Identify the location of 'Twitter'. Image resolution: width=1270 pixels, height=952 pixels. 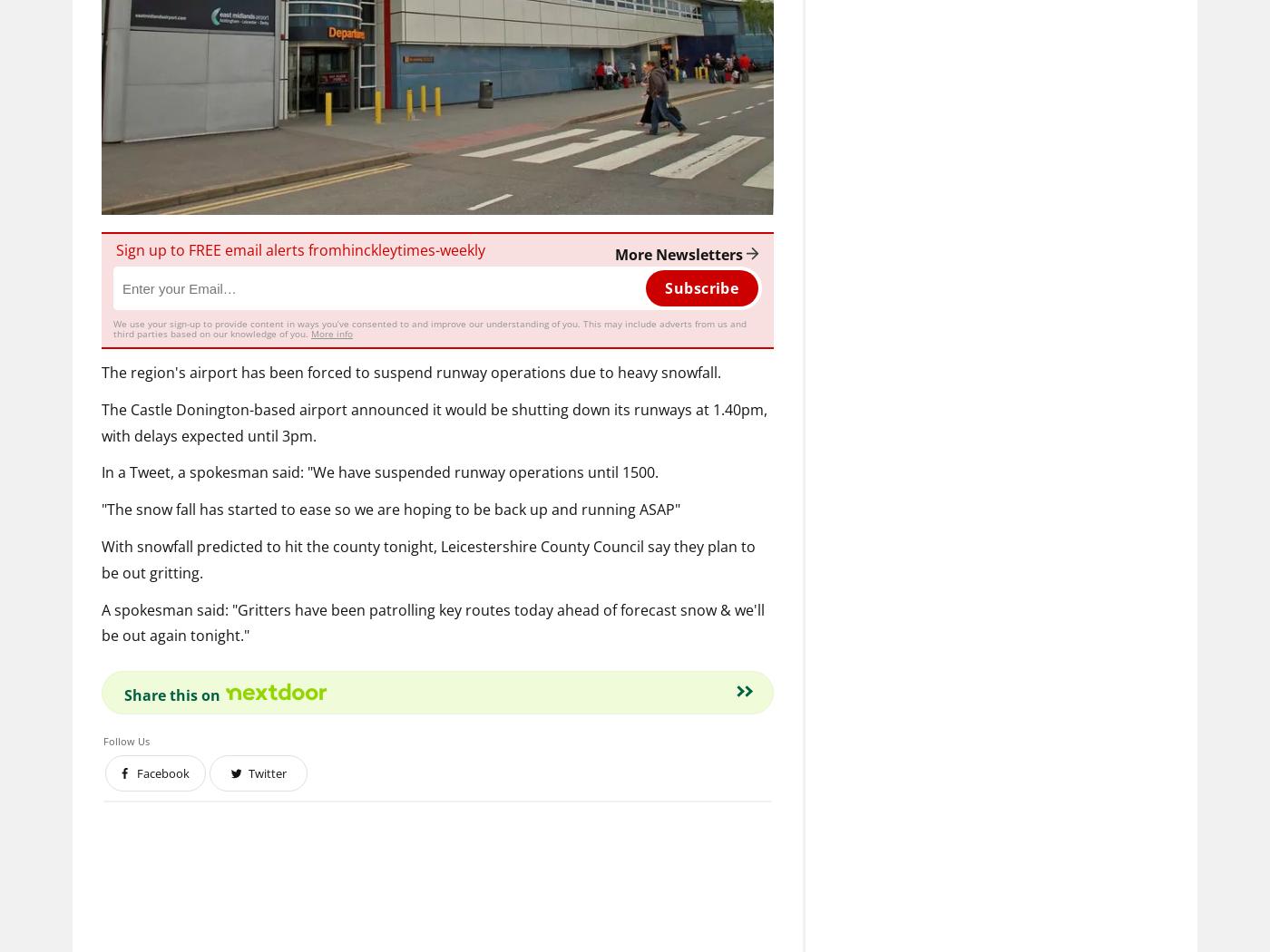
(267, 772).